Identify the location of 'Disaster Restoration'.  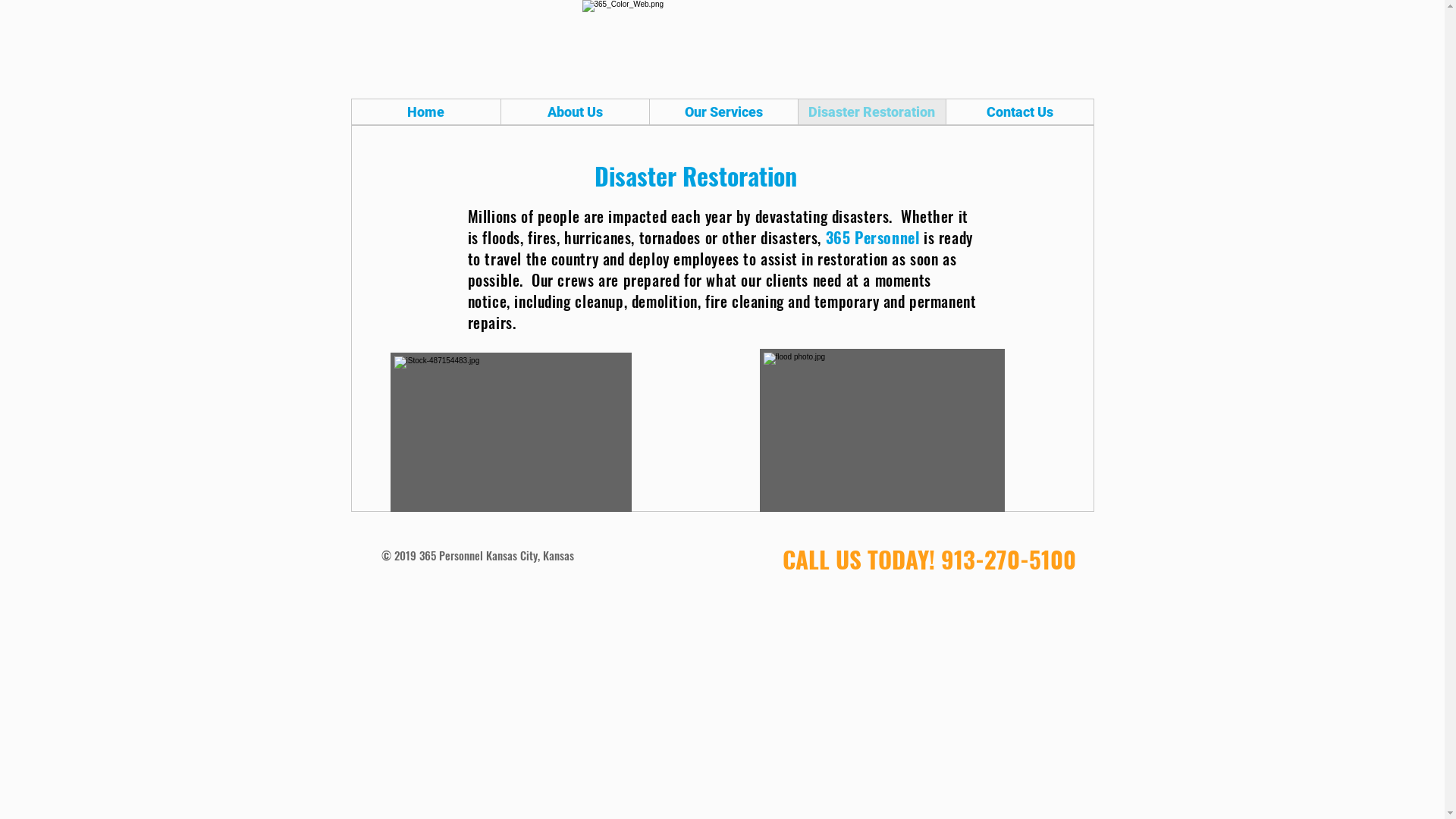
(871, 111).